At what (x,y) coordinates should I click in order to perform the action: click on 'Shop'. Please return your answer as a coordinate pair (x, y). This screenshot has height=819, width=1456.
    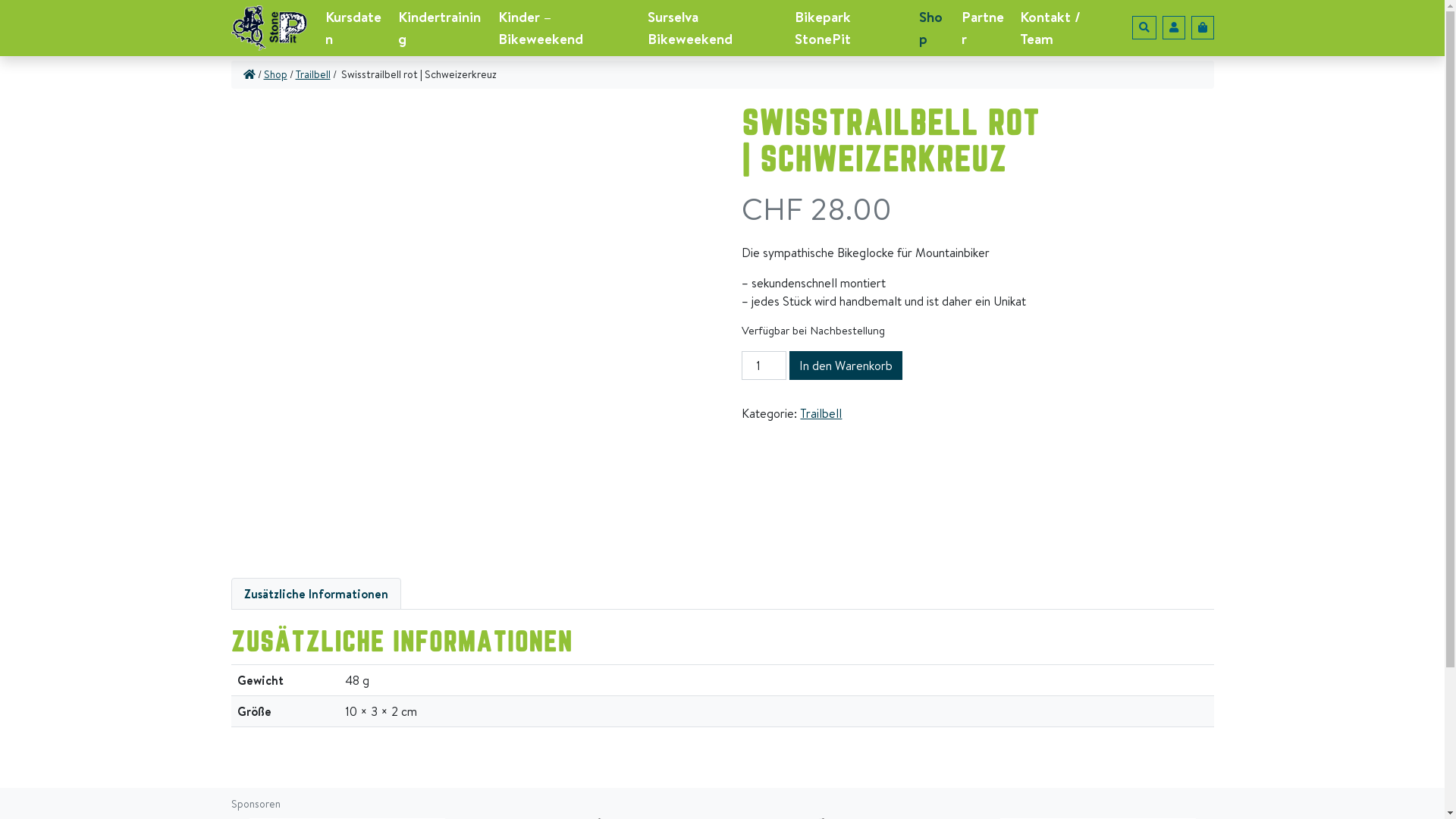
    Looking at the image, I should click on (934, 28).